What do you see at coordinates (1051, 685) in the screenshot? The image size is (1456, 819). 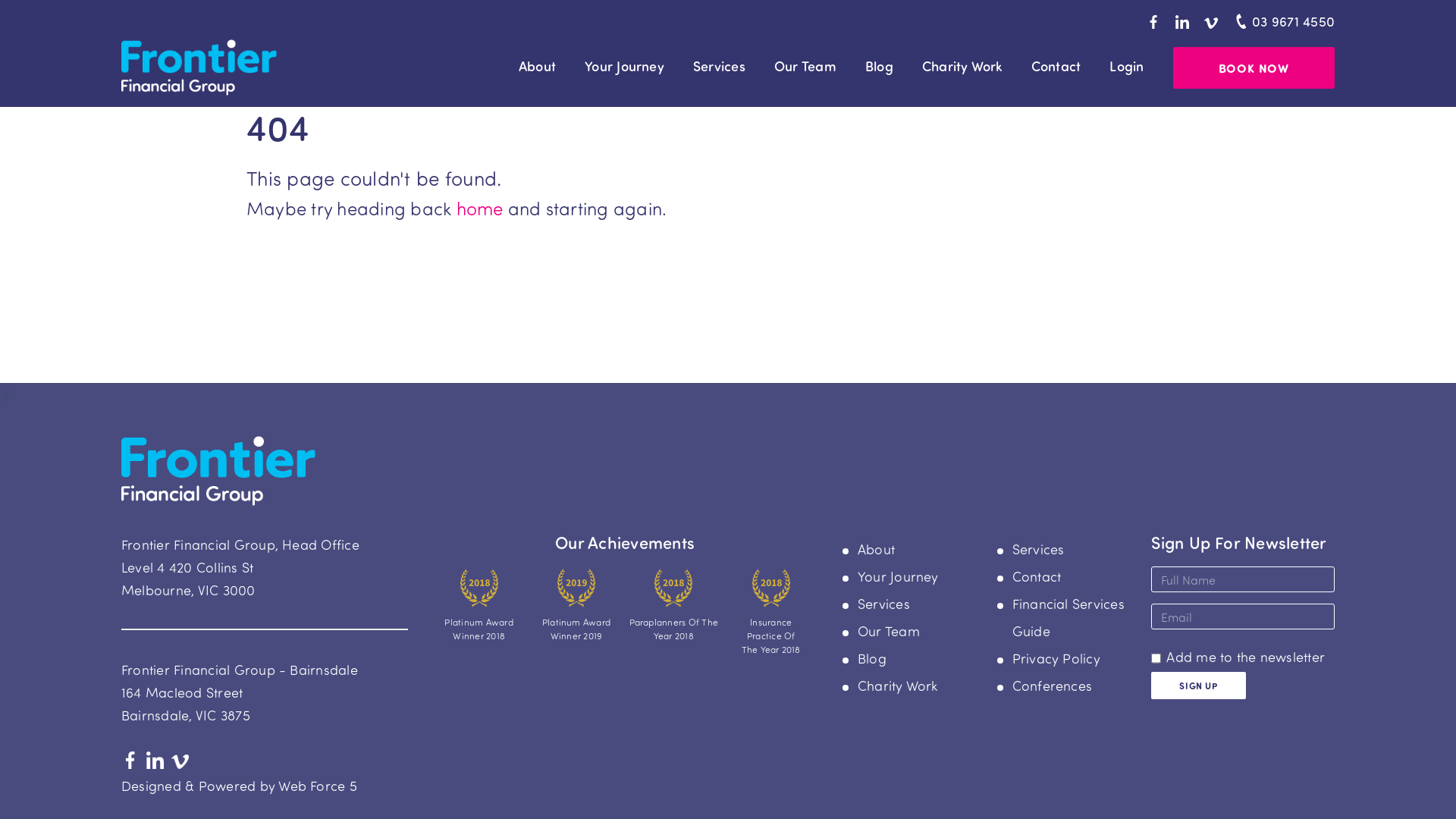 I see `'Conferences'` at bounding box center [1051, 685].